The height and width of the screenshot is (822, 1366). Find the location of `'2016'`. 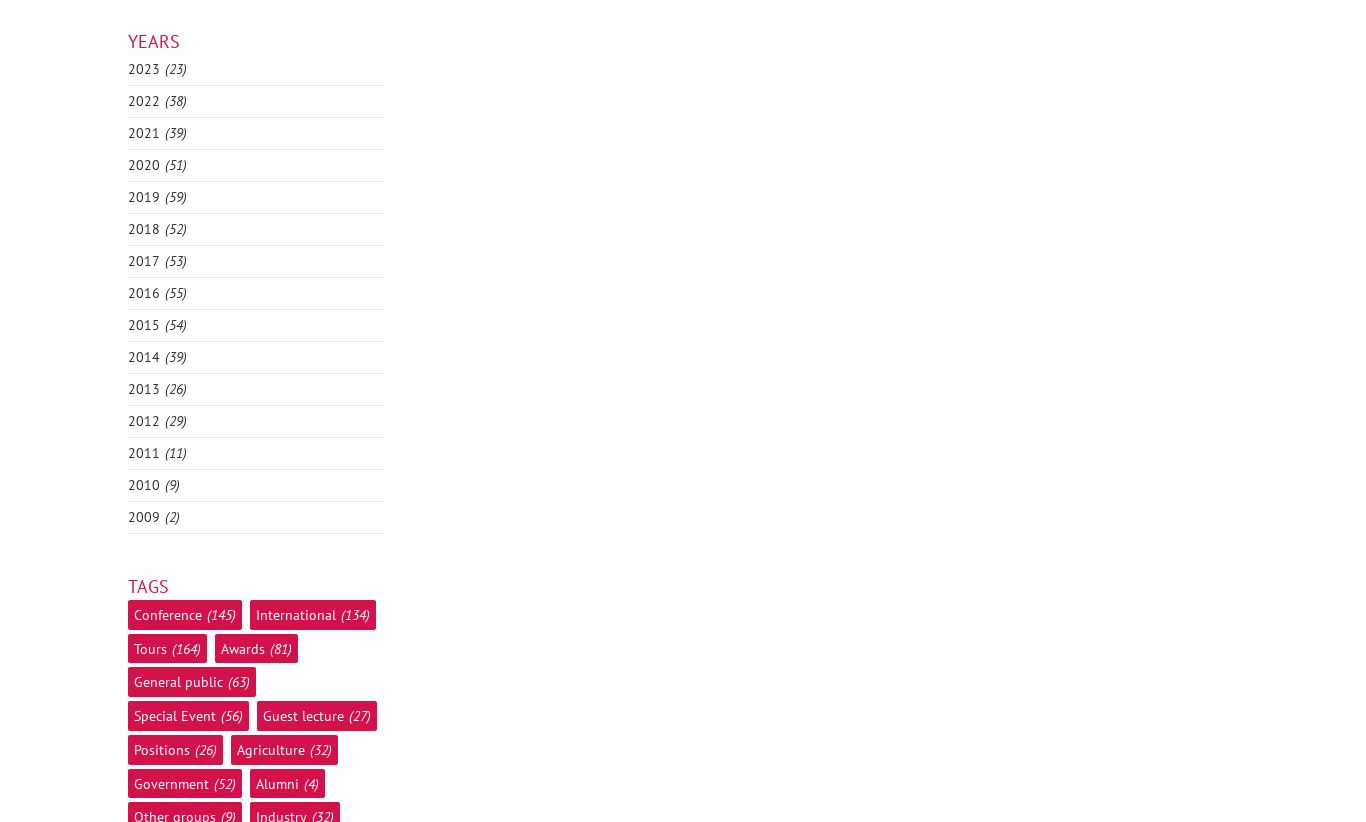

'2016' is located at coordinates (142, 292).